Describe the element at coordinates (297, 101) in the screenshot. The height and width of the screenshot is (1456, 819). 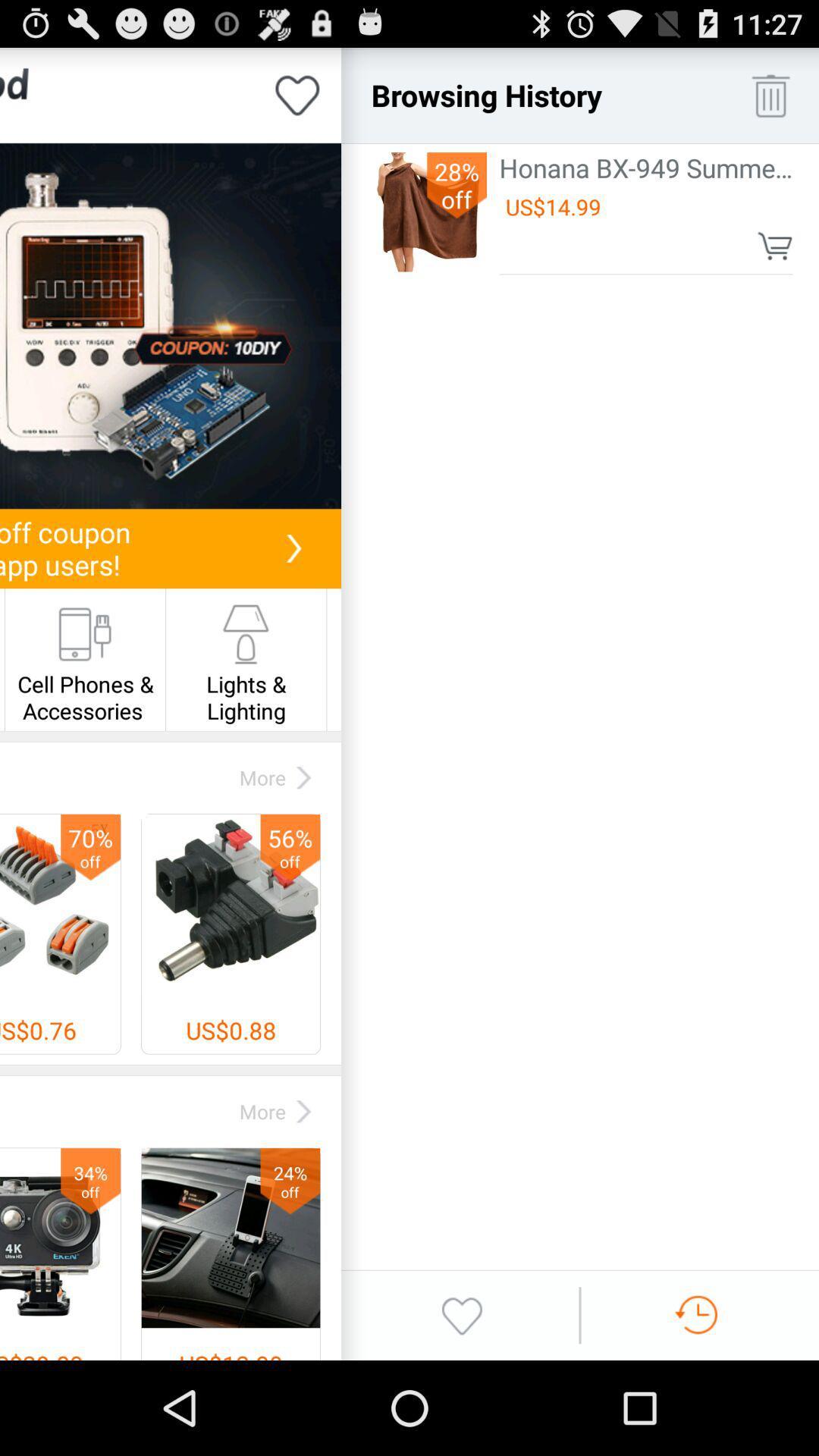
I see `the favorite icon` at that location.